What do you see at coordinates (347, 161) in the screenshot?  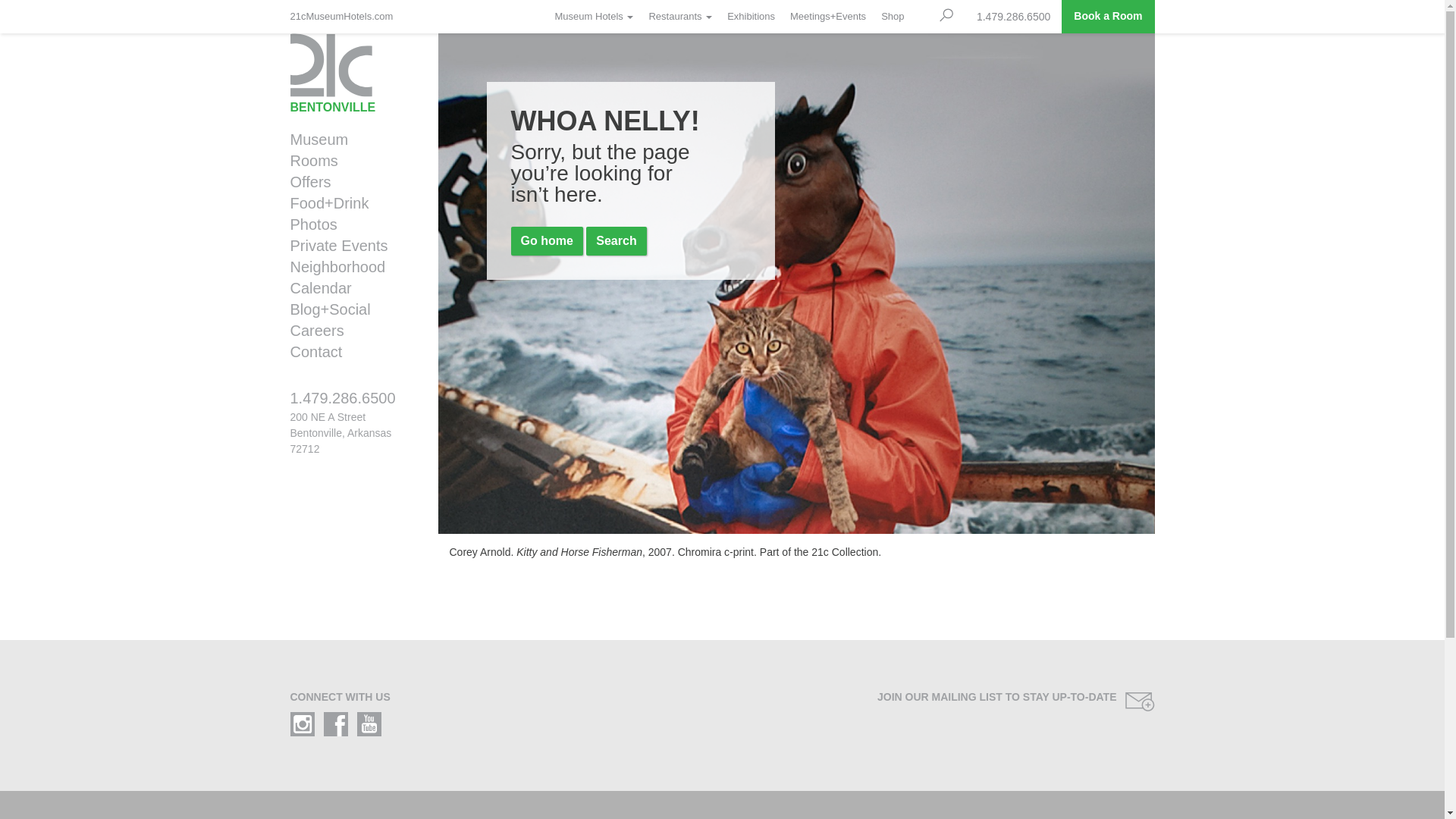 I see `'Rooms'` at bounding box center [347, 161].